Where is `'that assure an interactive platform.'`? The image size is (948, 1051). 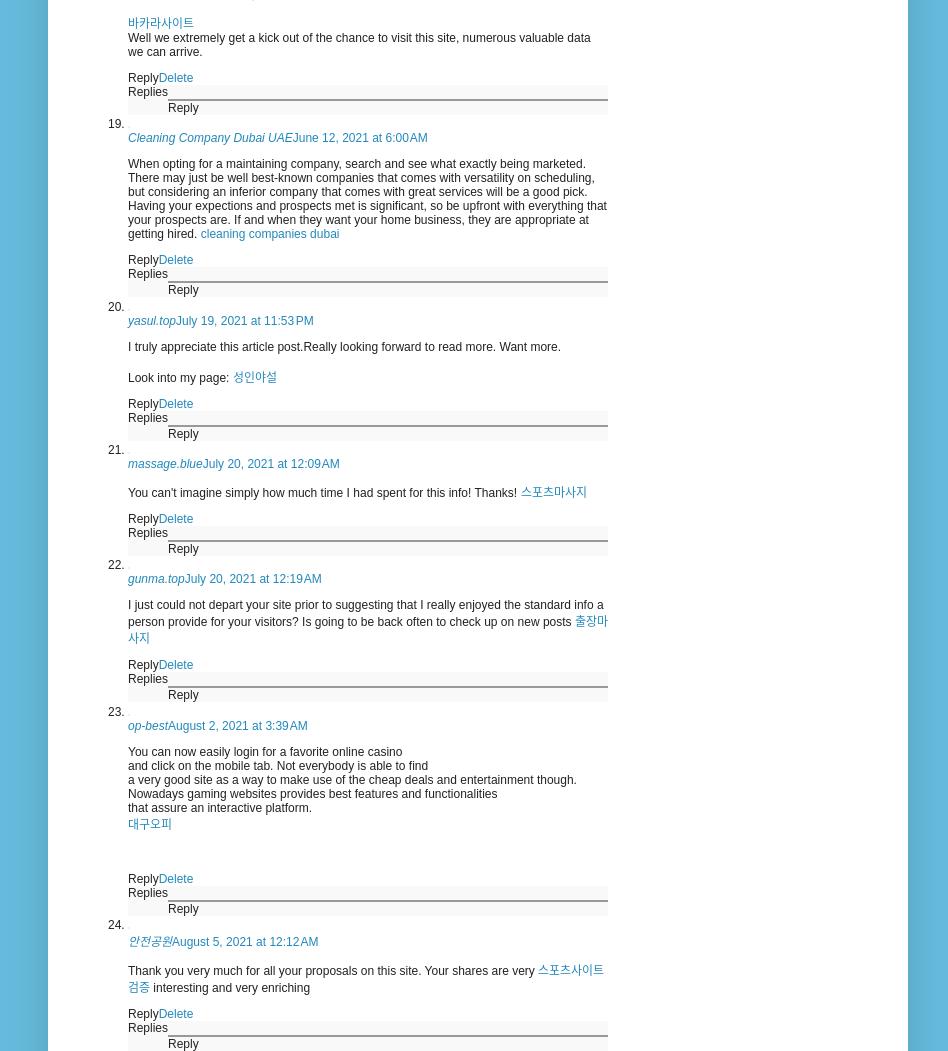
'that assure an interactive platform.' is located at coordinates (219, 805).